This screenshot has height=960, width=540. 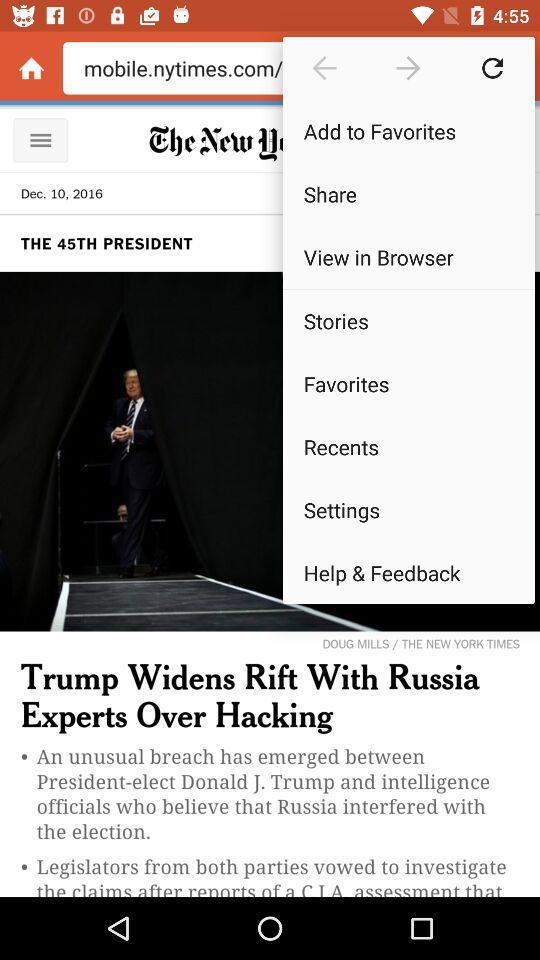 I want to click on the icon above the add to favorites item, so click(x=324, y=68).